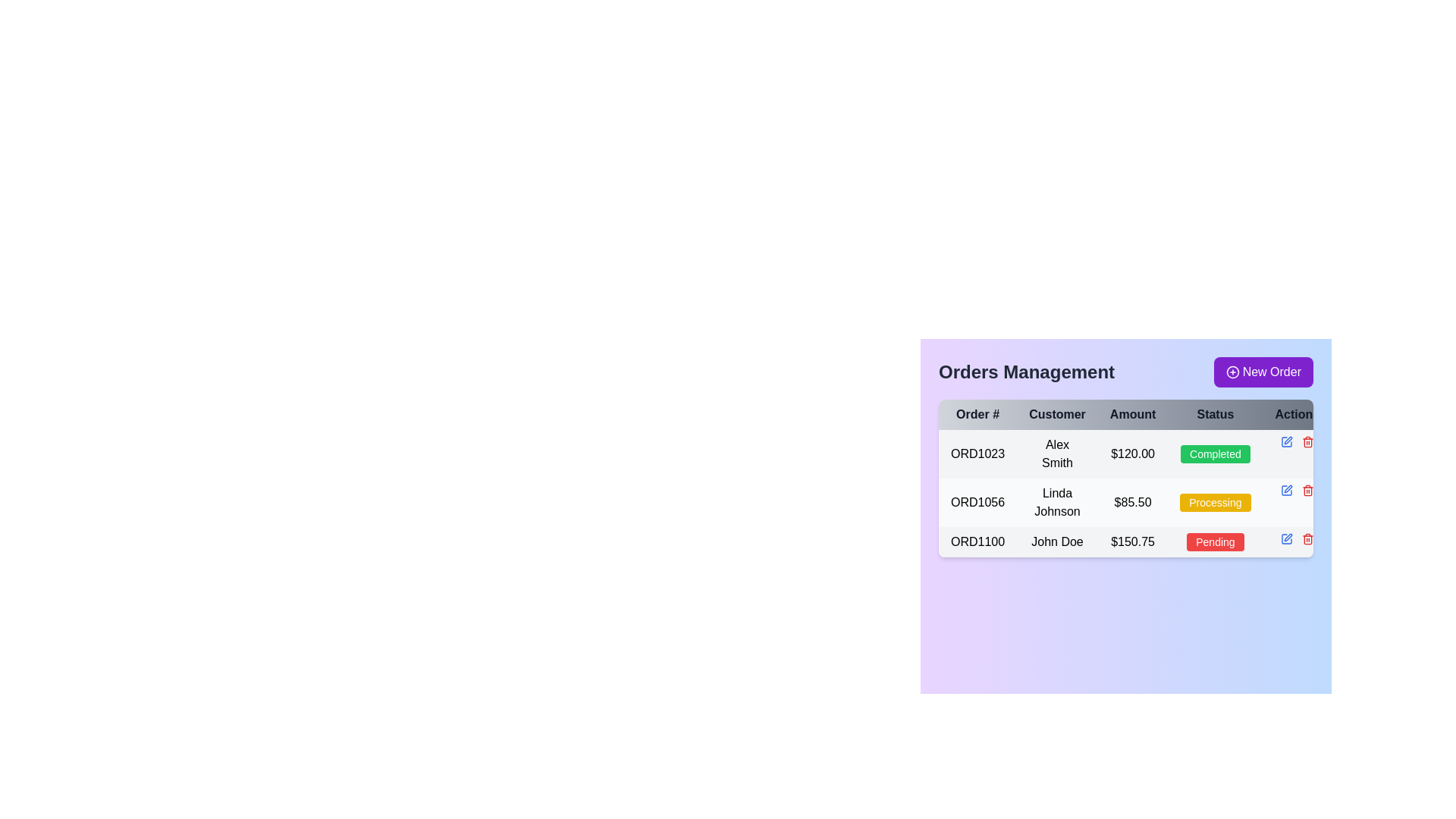 The image size is (1456, 819). What do you see at coordinates (977, 541) in the screenshot?
I see `the Text Label element displaying 'ORD1100', which is located in the first column of the third row in the order details table` at bounding box center [977, 541].